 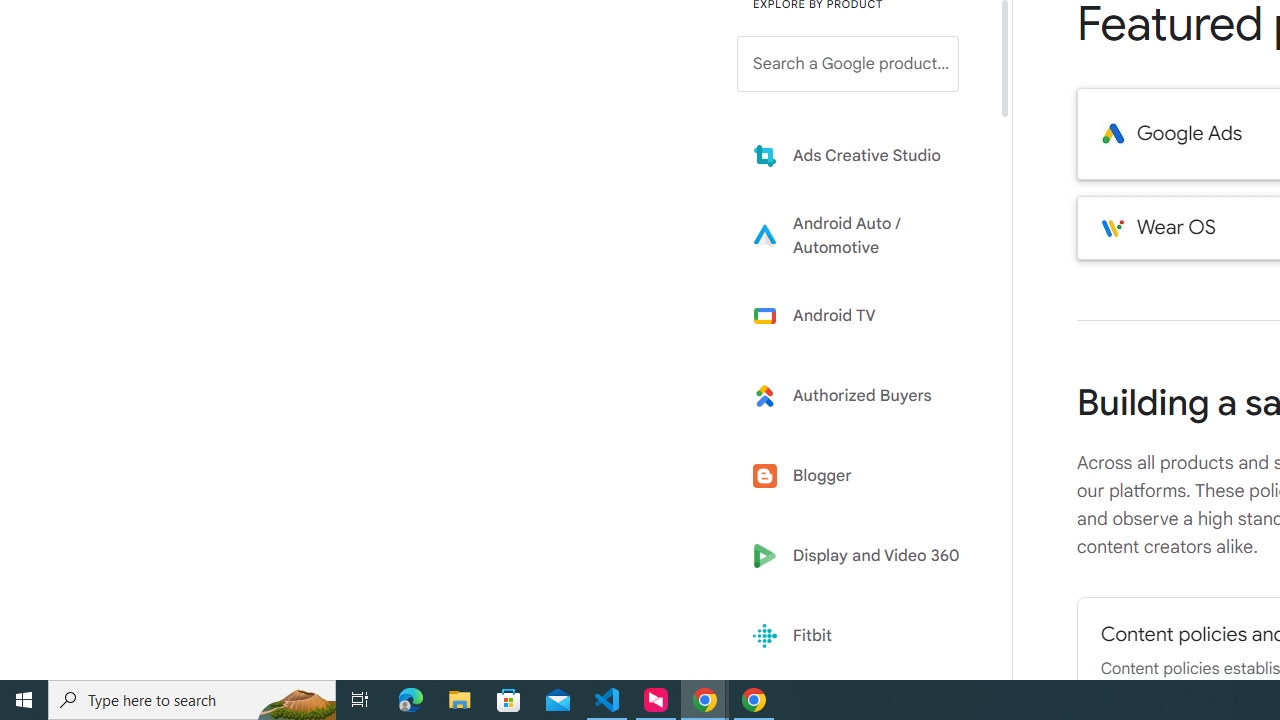 What do you see at coordinates (862, 636) in the screenshot?
I see `'Fitbit'` at bounding box center [862, 636].